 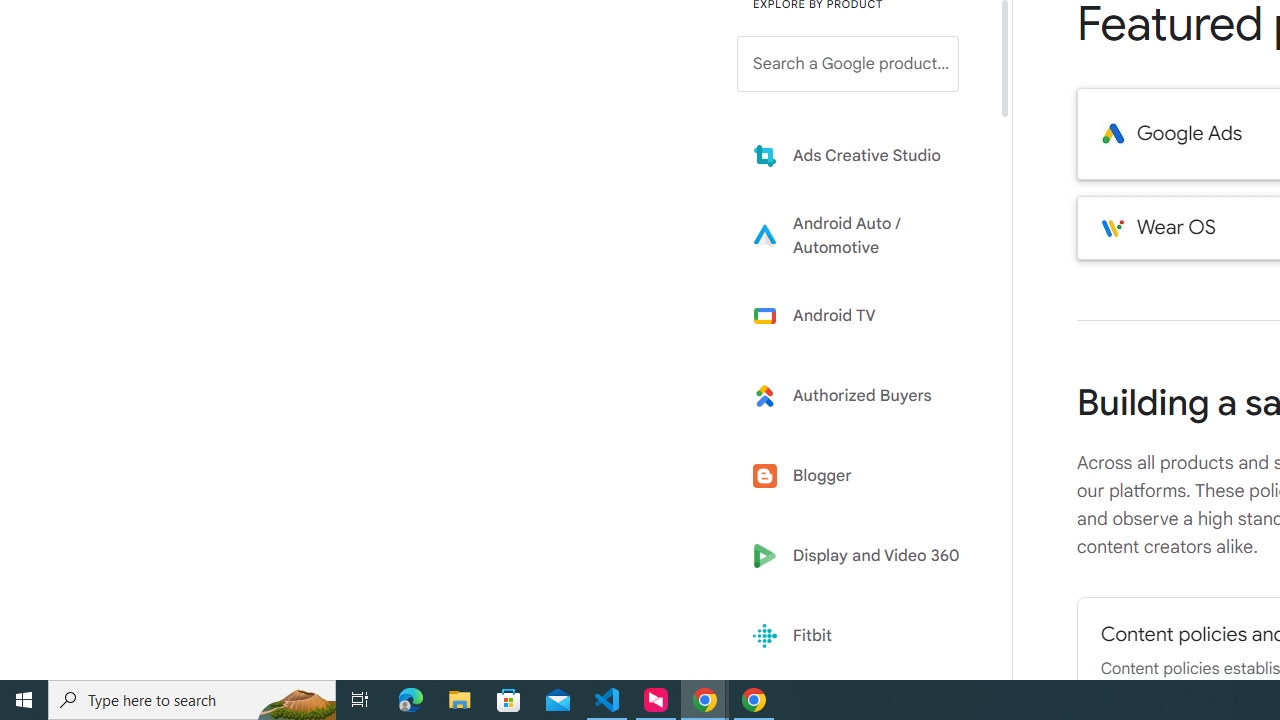 What do you see at coordinates (862, 636) in the screenshot?
I see `'Fitbit'` at bounding box center [862, 636].